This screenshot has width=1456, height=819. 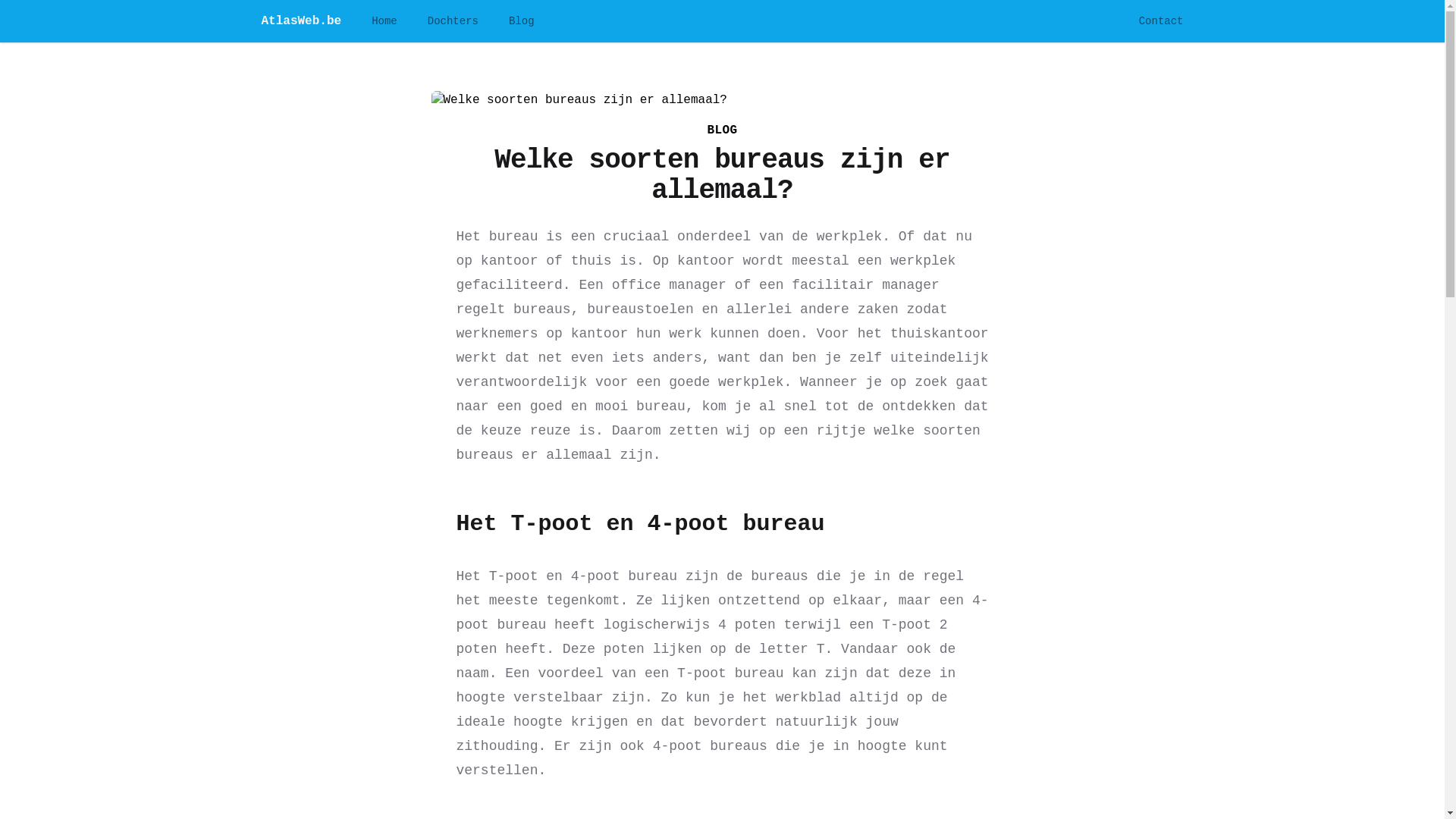 I want to click on 'AtlasWeb.be', so click(x=301, y=20).